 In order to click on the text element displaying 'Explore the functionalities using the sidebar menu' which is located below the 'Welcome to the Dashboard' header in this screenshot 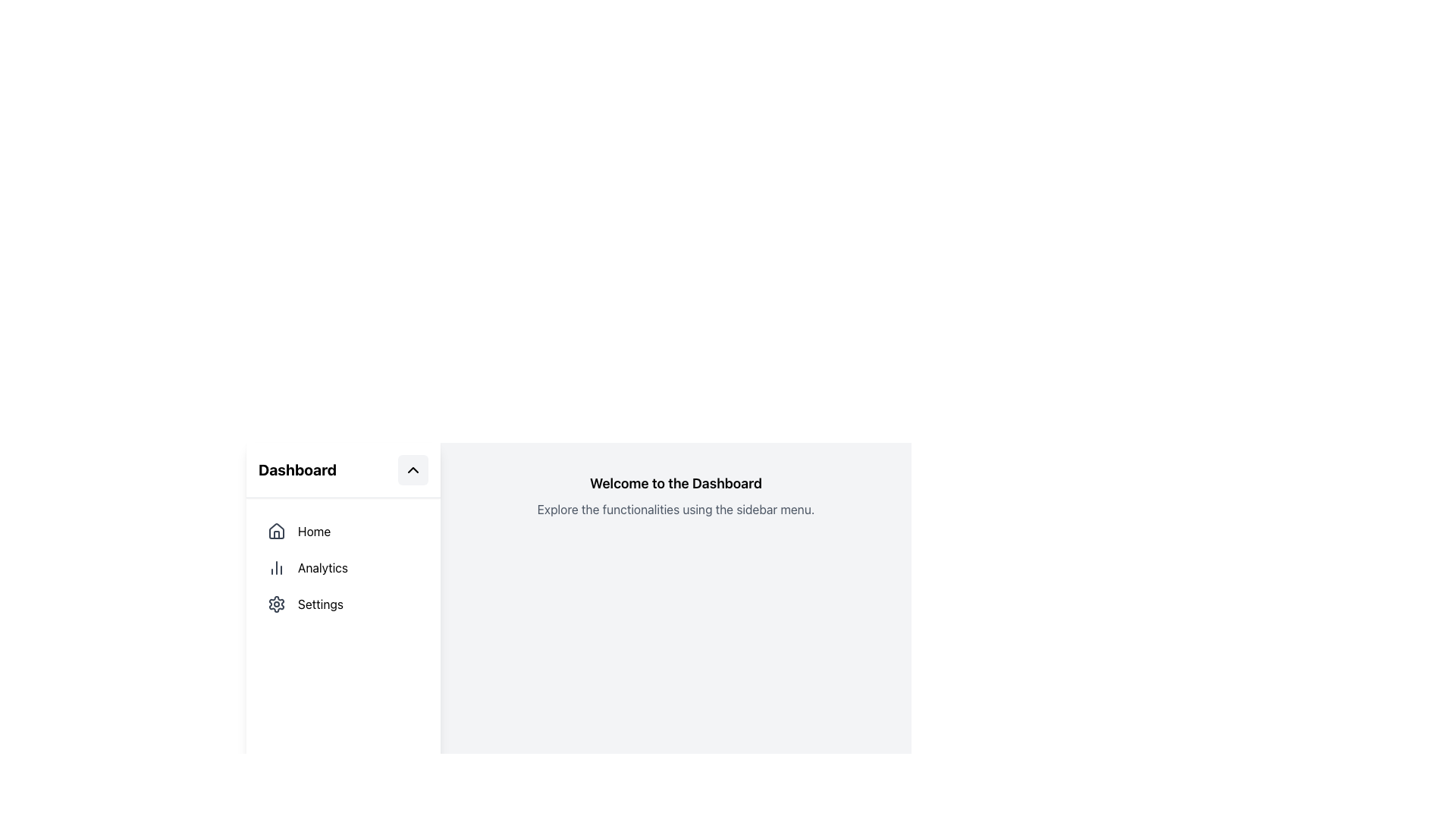, I will do `click(675, 509)`.